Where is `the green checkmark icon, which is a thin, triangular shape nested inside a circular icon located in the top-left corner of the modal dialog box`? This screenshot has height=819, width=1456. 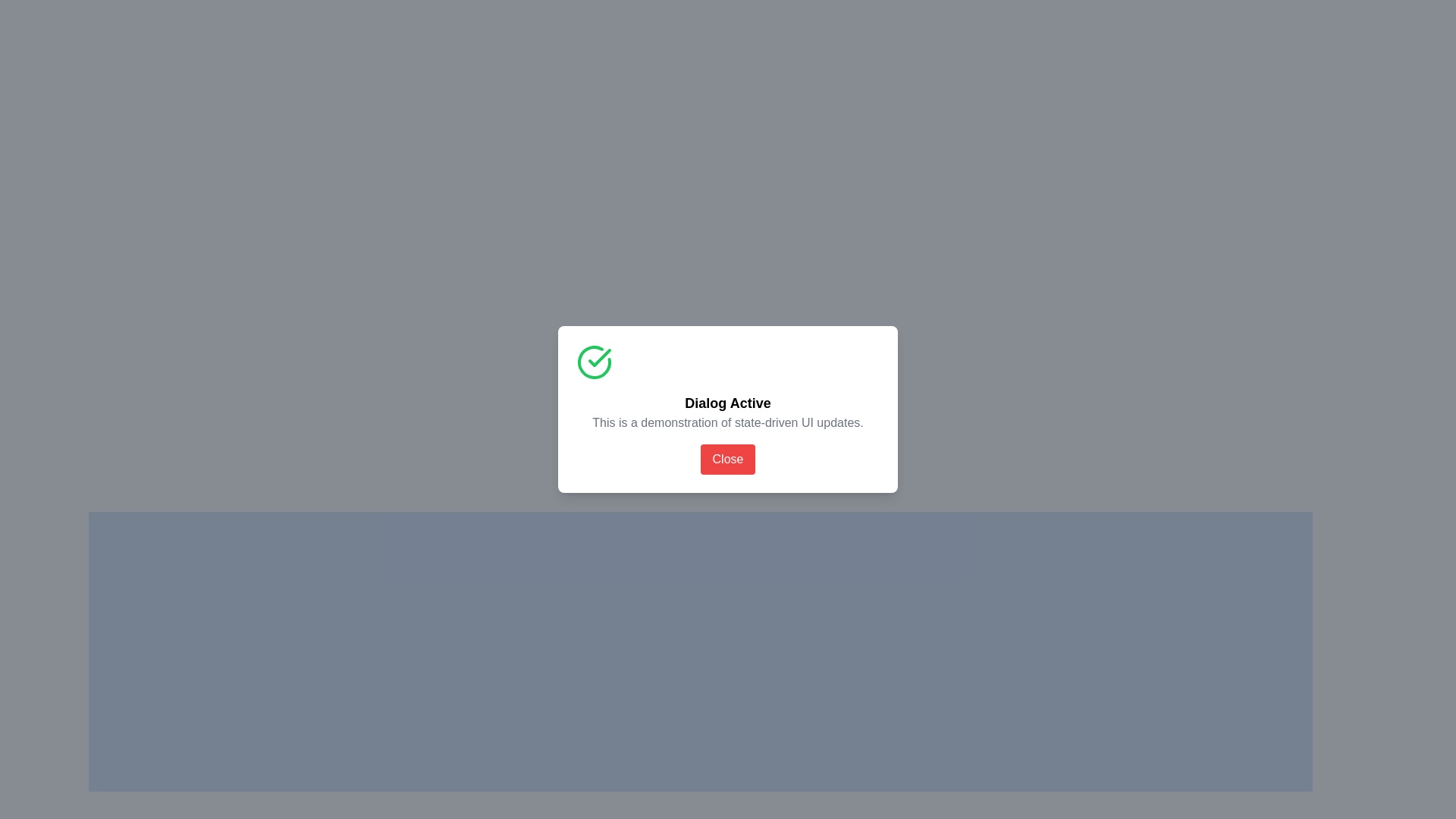
the green checkmark icon, which is a thin, triangular shape nested inside a circular icon located in the top-left corner of the modal dialog box is located at coordinates (599, 357).